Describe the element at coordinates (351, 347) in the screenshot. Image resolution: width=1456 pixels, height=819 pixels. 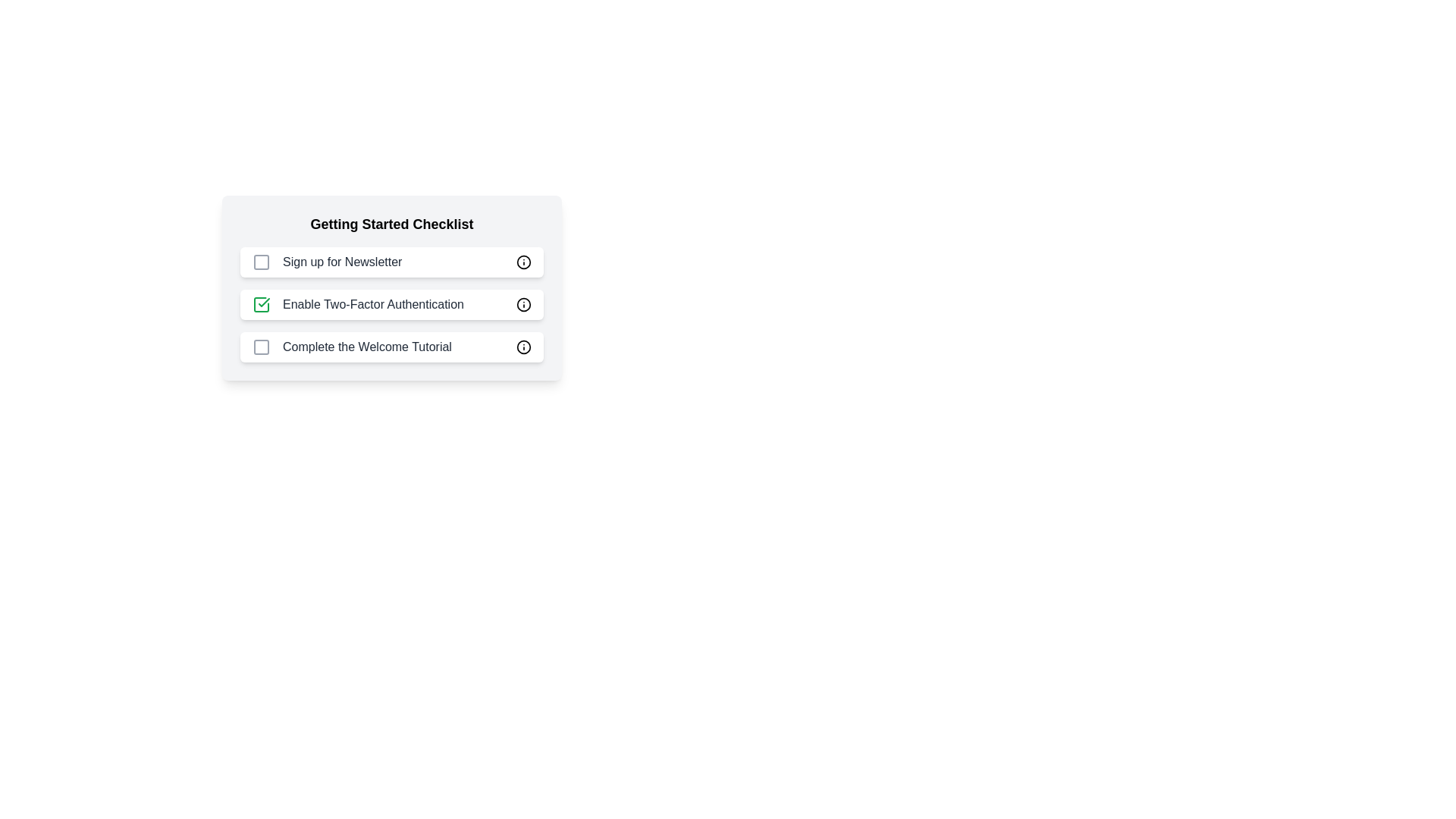
I see `the checkbox labeled 'Complete the Welcome Tutorial'` at that location.